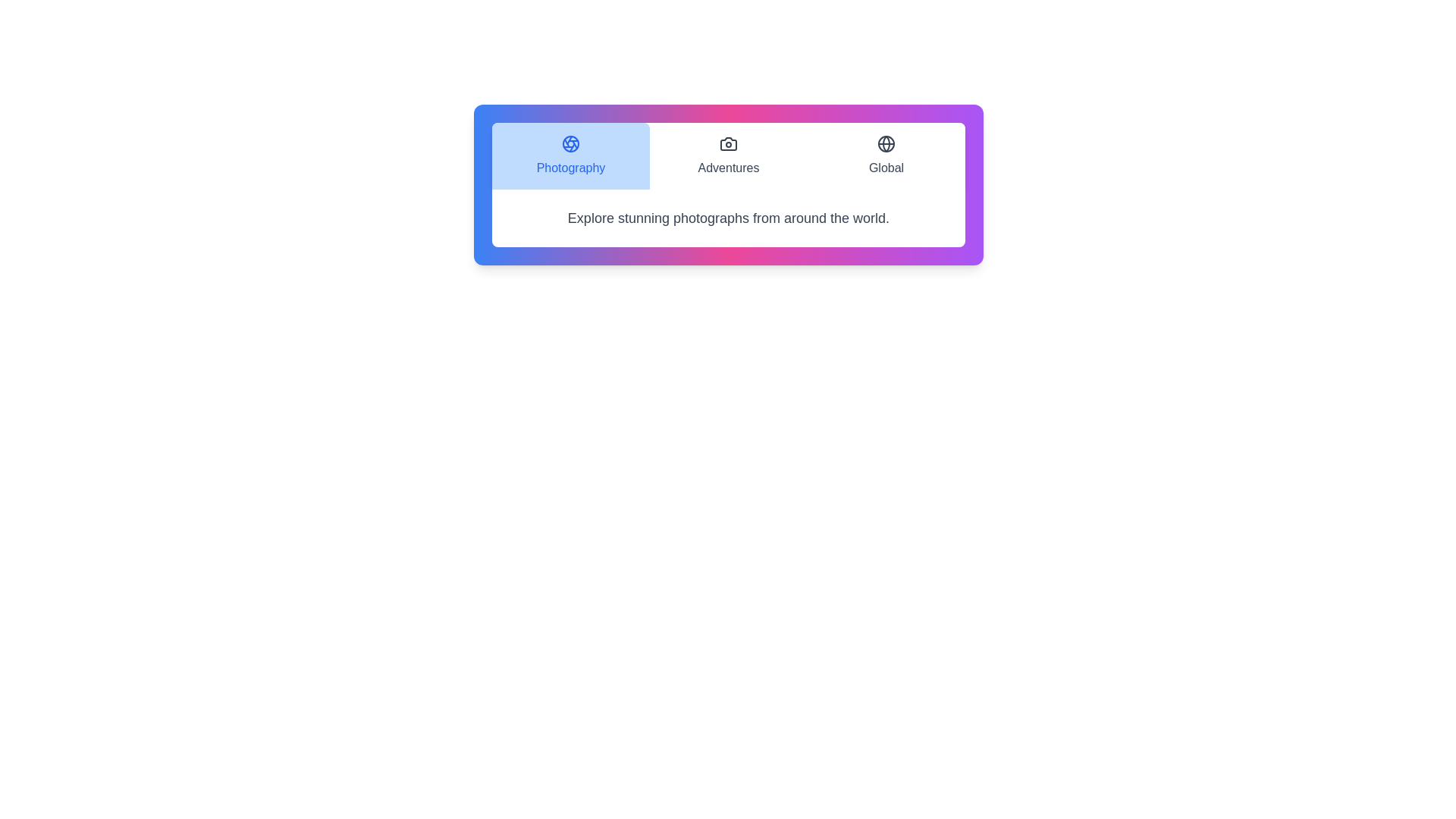 The width and height of the screenshot is (1456, 819). Describe the element at coordinates (728, 143) in the screenshot. I see `the camera body icon, which is a minimalist line-style illustration with rounded edges, located within the 'Adventures' tab` at that location.